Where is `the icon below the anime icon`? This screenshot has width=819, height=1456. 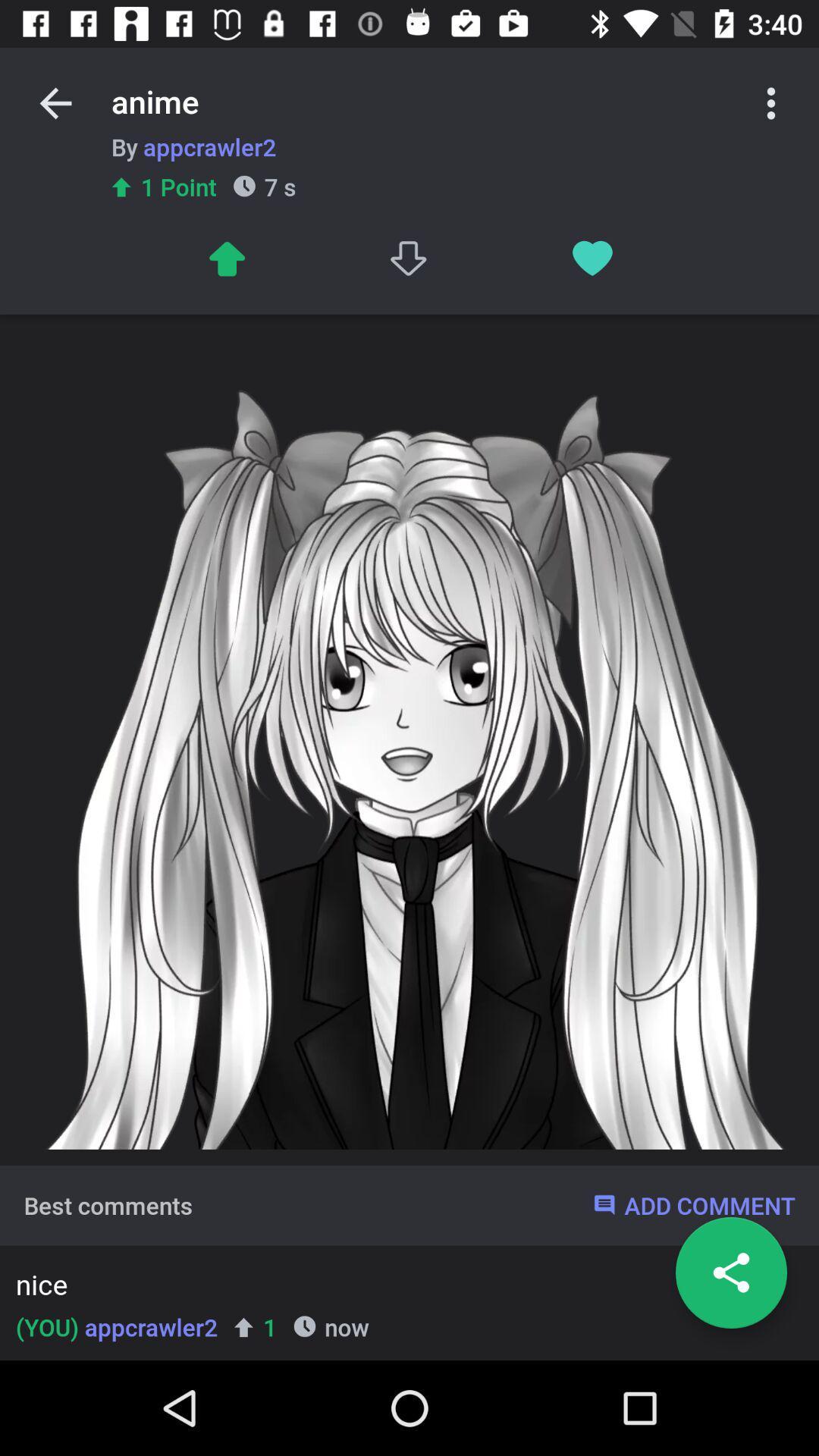
the icon below the anime icon is located at coordinates (409, 259).